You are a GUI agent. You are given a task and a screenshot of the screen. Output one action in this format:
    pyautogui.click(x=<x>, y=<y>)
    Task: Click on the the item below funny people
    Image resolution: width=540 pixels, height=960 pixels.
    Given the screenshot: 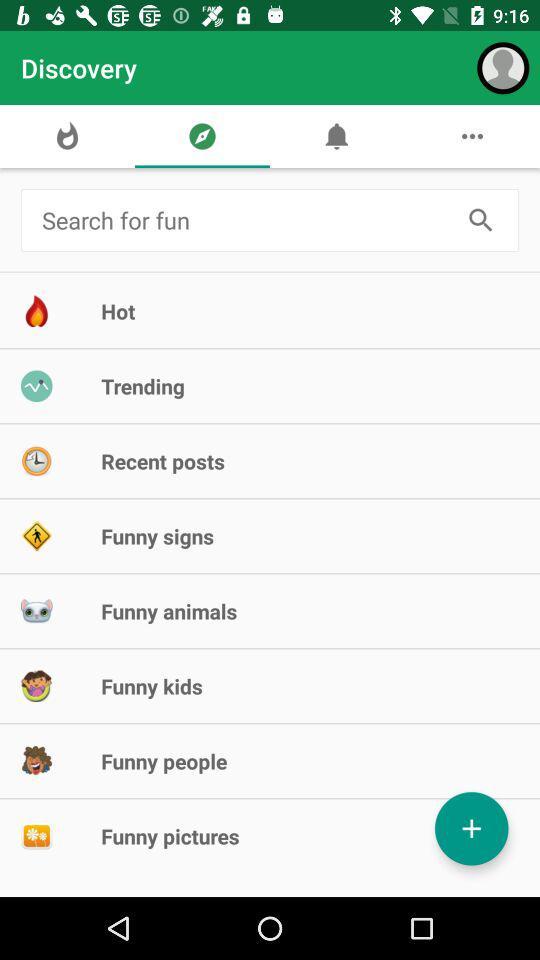 What is the action you would take?
    pyautogui.click(x=471, y=828)
    